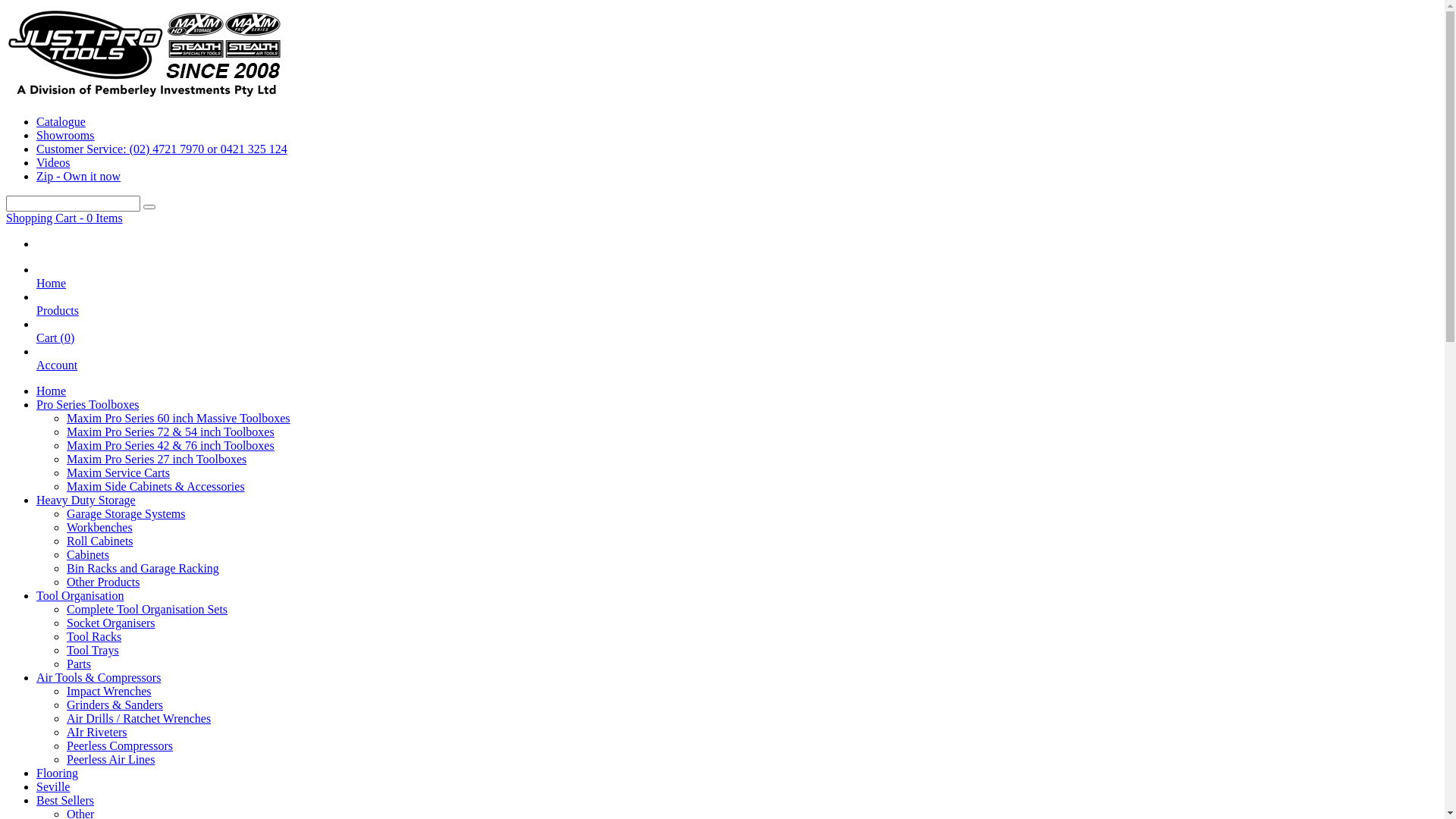 This screenshot has width=1456, height=819. What do you see at coordinates (61, 121) in the screenshot?
I see `'Catalogue'` at bounding box center [61, 121].